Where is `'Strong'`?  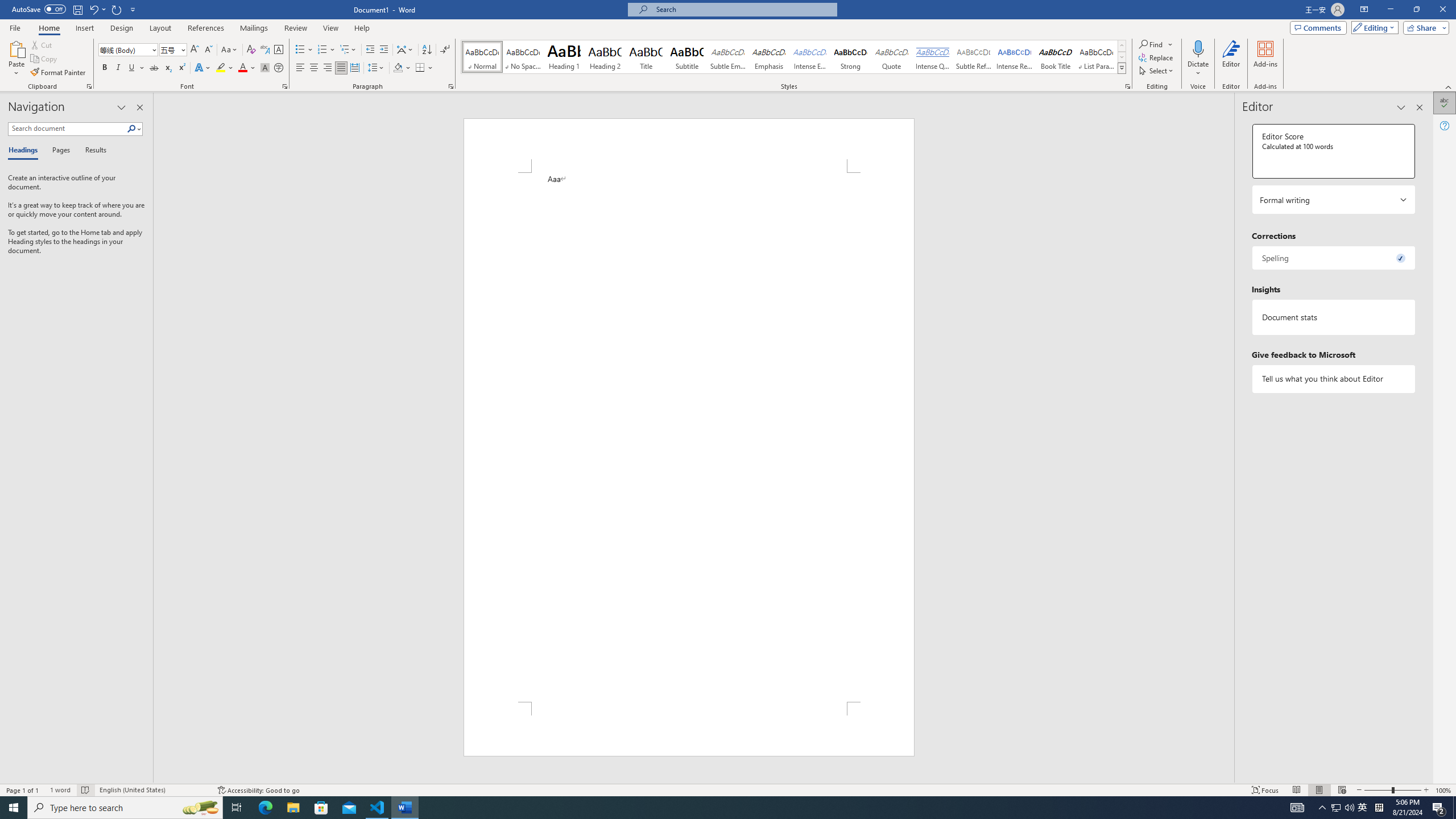
'Strong' is located at coordinates (850, 56).